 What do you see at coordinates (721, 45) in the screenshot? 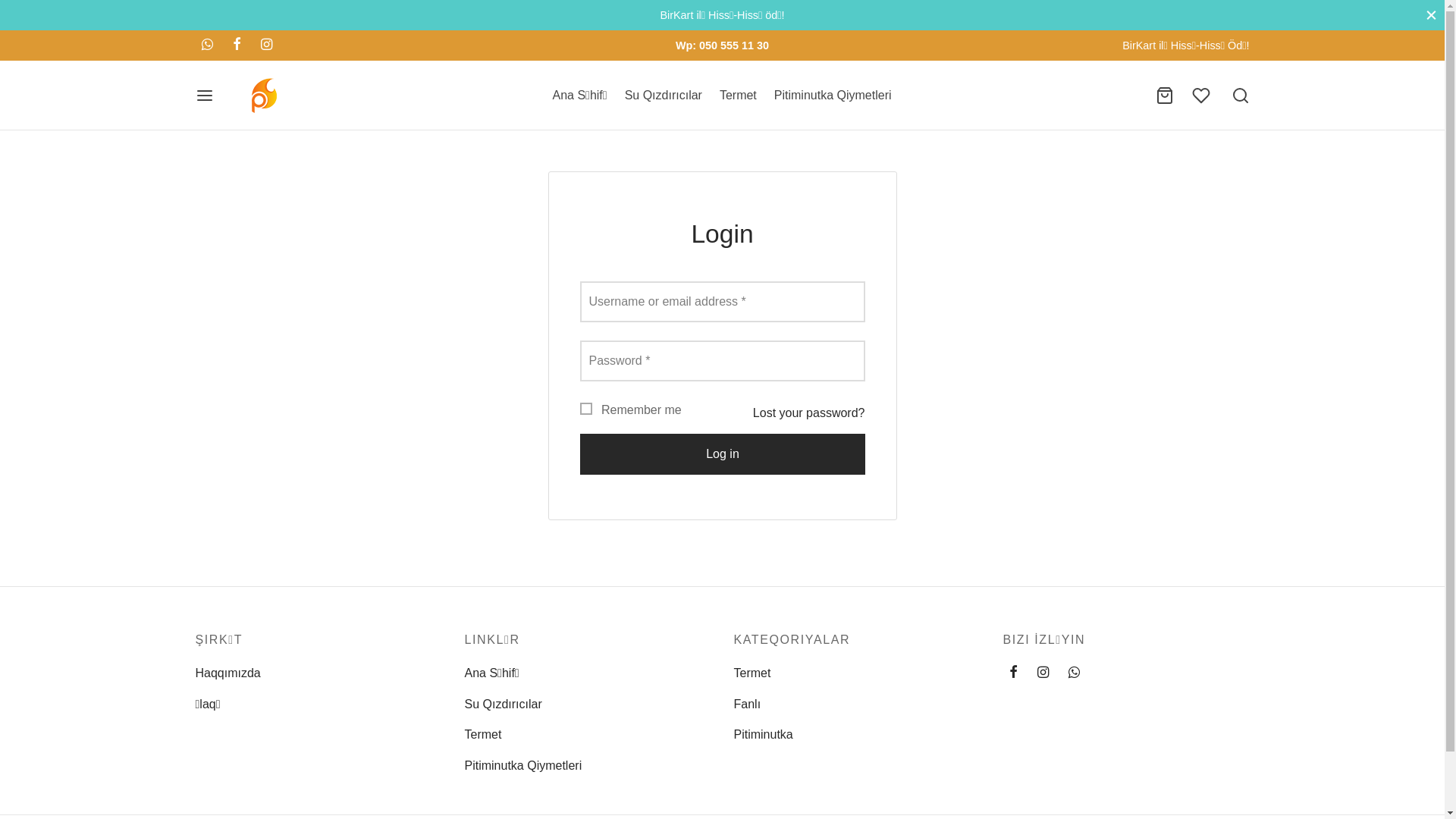
I see `'Wp: 050 555 11 30'` at bounding box center [721, 45].